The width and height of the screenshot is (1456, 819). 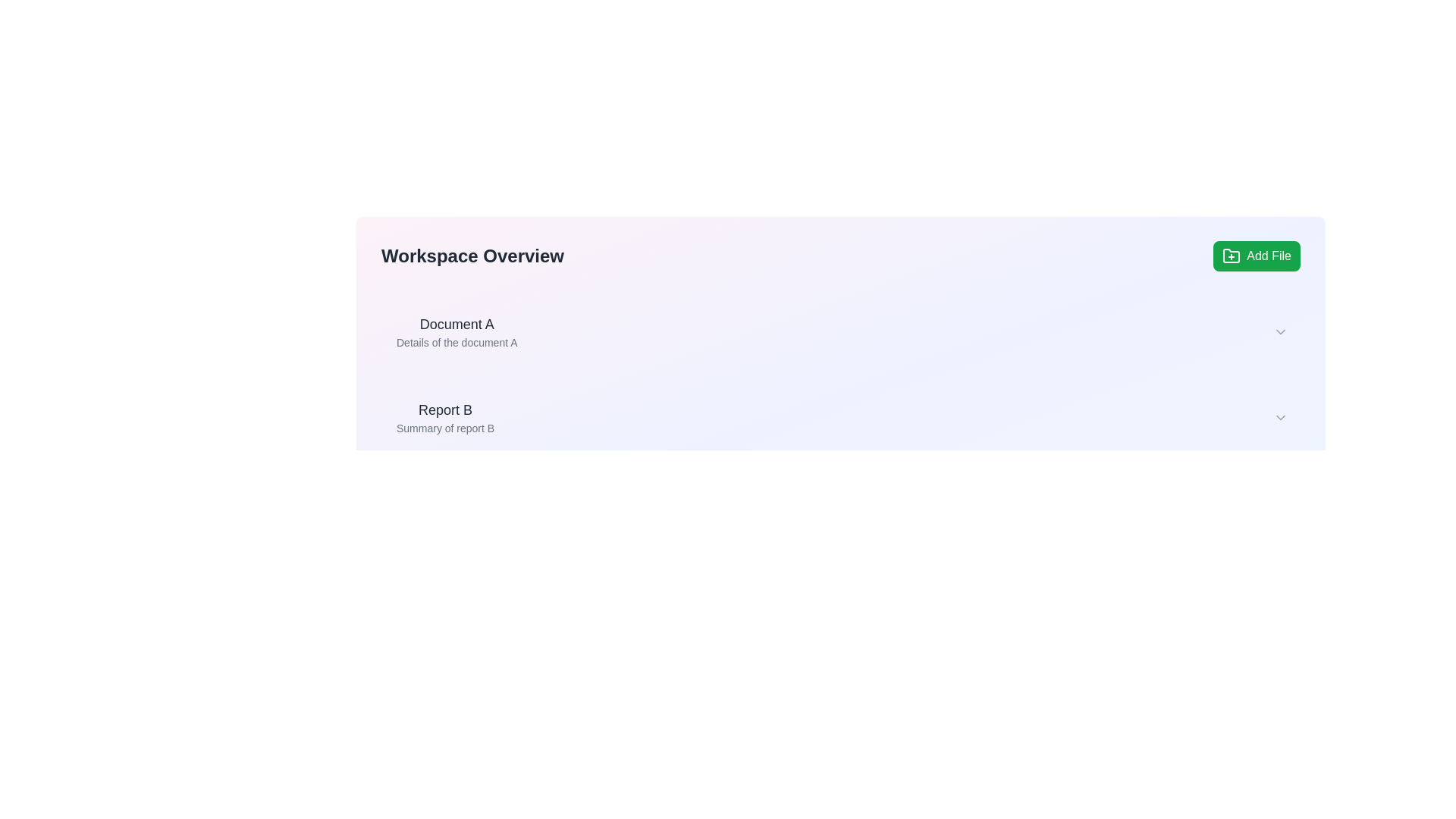 I want to click on the Text label that serves as the title for 'Document A', providing a clear label for the associated content, so click(x=456, y=324).